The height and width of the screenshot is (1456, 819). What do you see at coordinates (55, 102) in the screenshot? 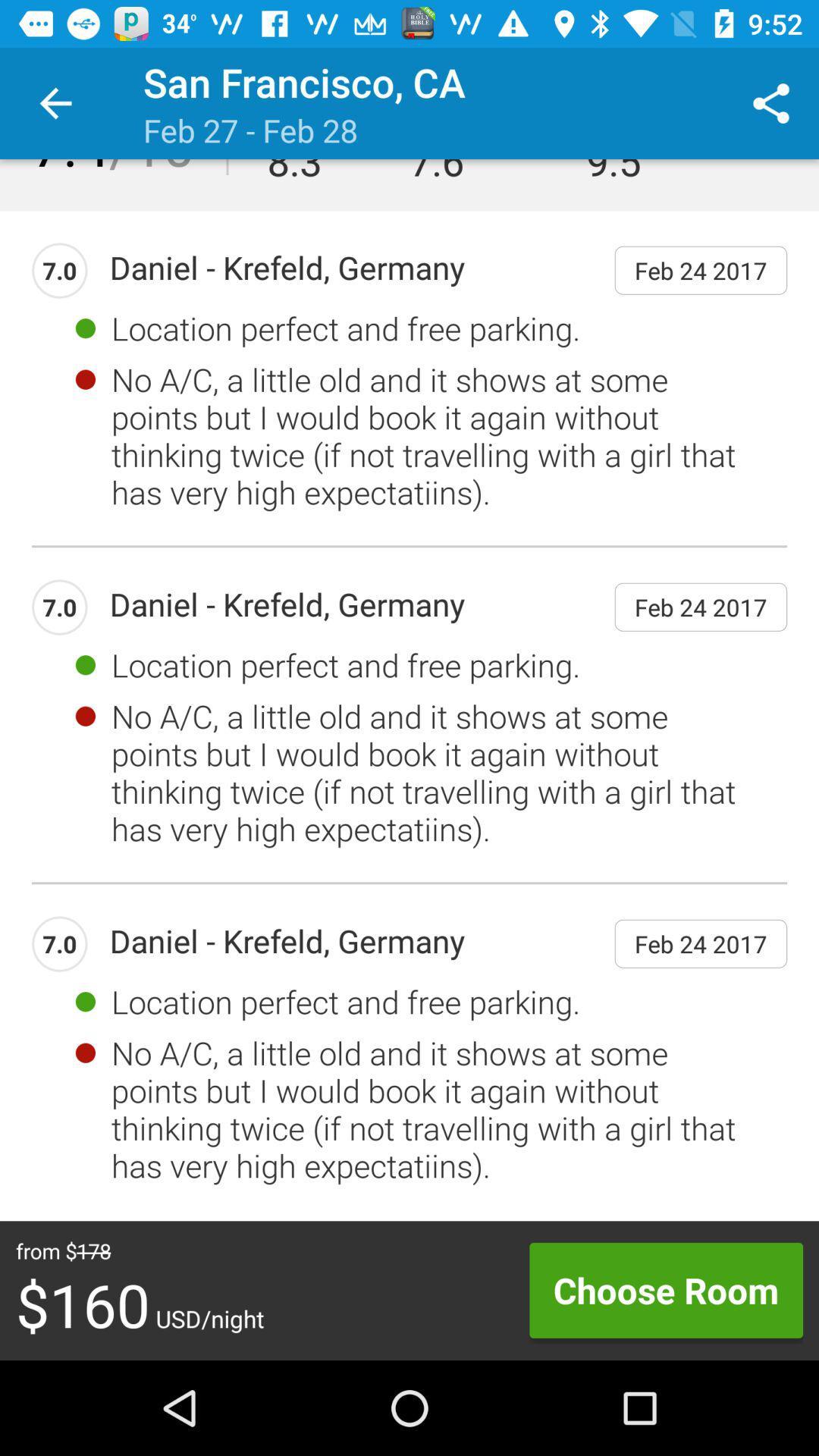
I see `item next to the san francisco, ca icon` at bounding box center [55, 102].